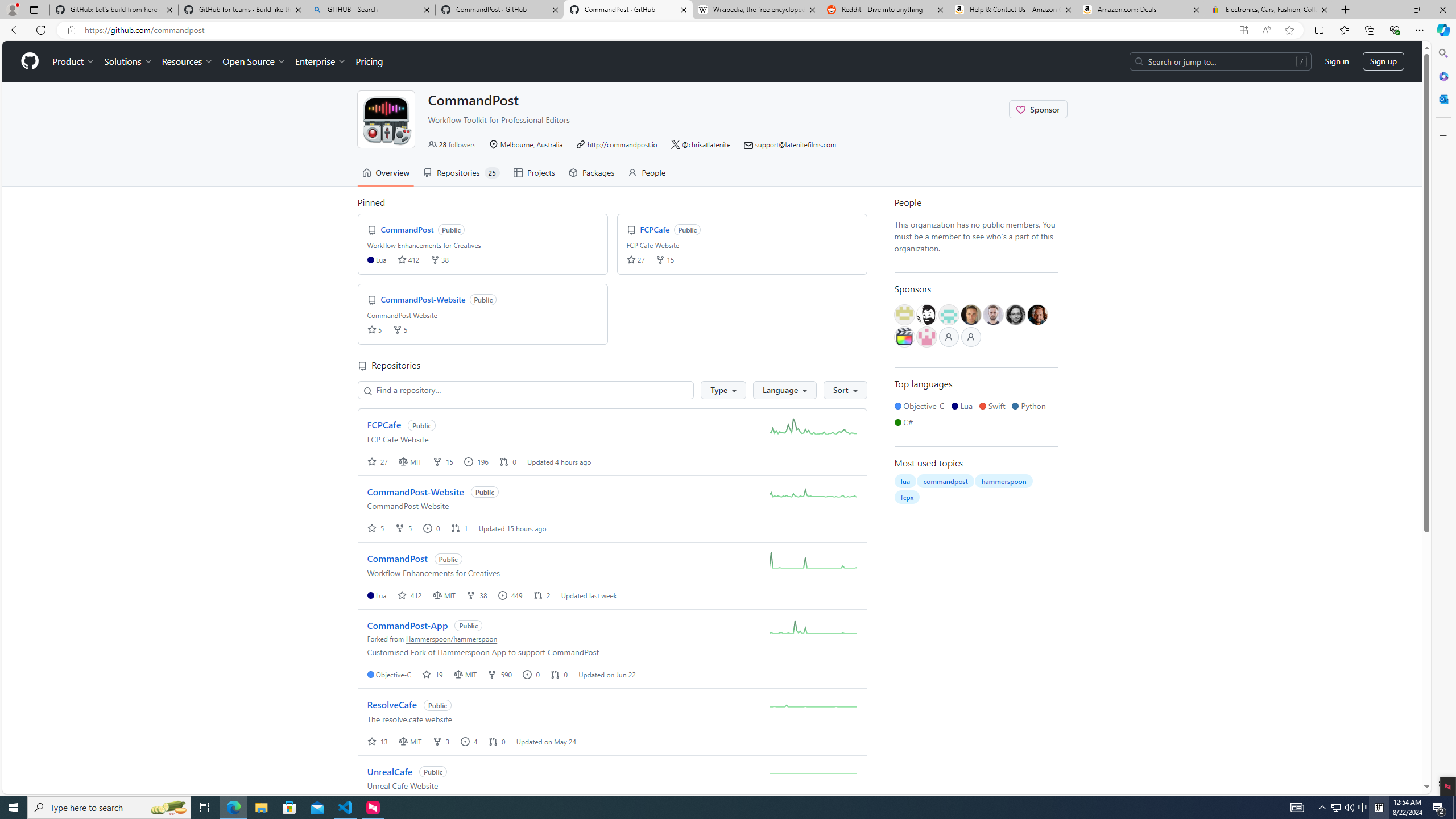 The height and width of the screenshot is (819, 1456). Describe the element at coordinates (461, 172) in the screenshot. I see `'Repositories 25'` at that location.